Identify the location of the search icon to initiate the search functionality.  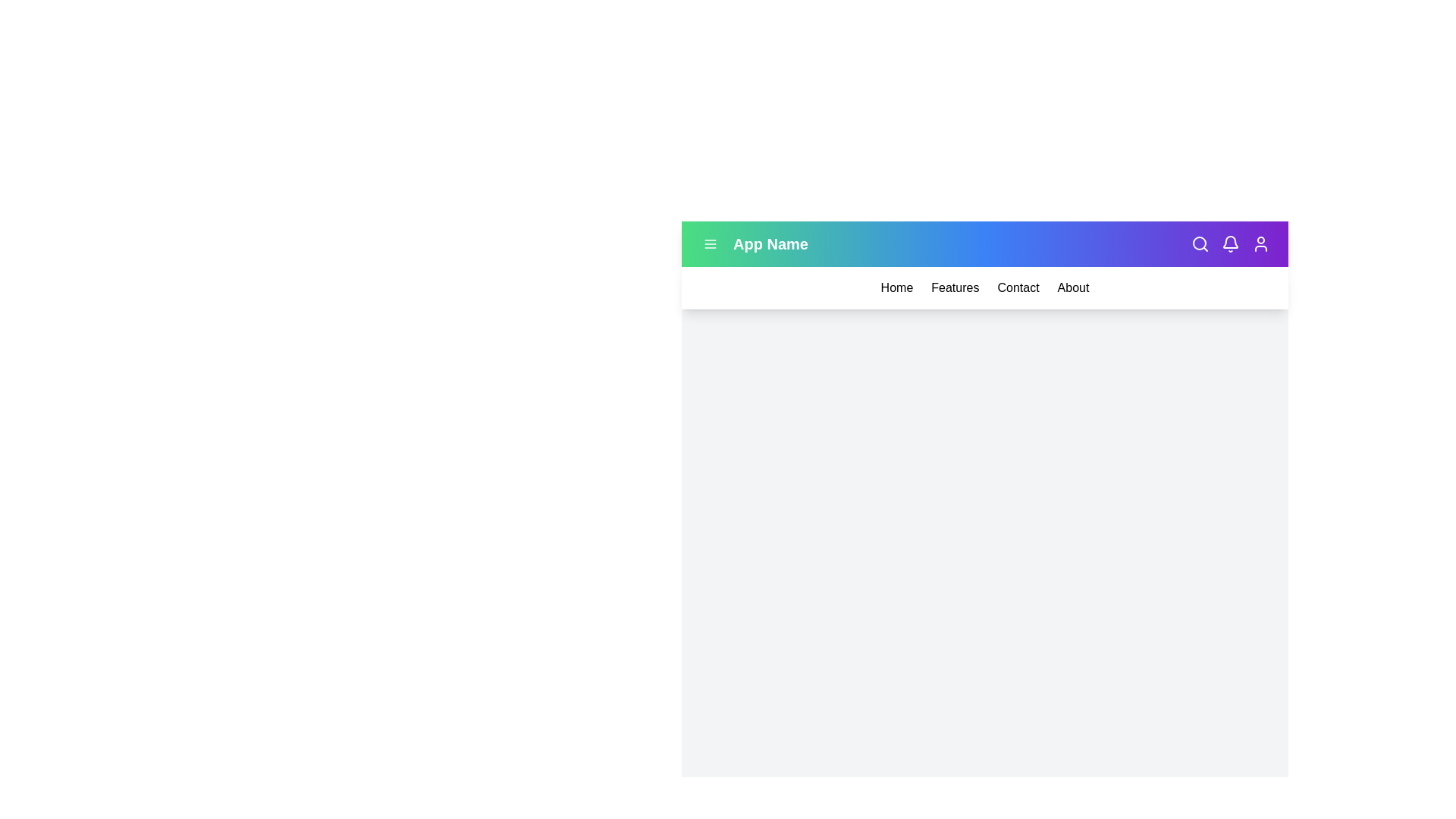
(1200, 243).